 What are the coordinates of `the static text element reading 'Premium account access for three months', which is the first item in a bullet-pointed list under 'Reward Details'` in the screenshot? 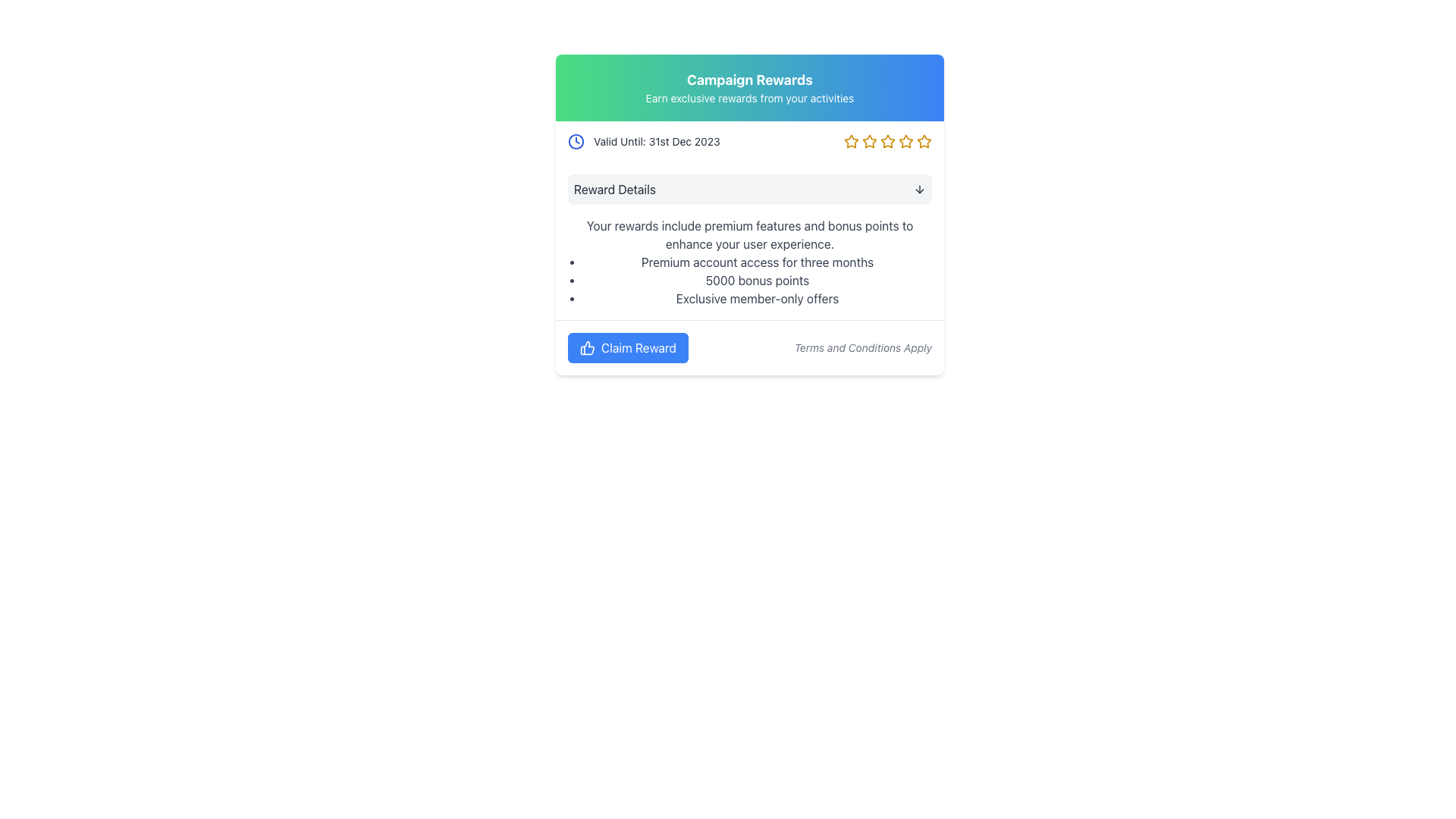 It's located at (757, 262).